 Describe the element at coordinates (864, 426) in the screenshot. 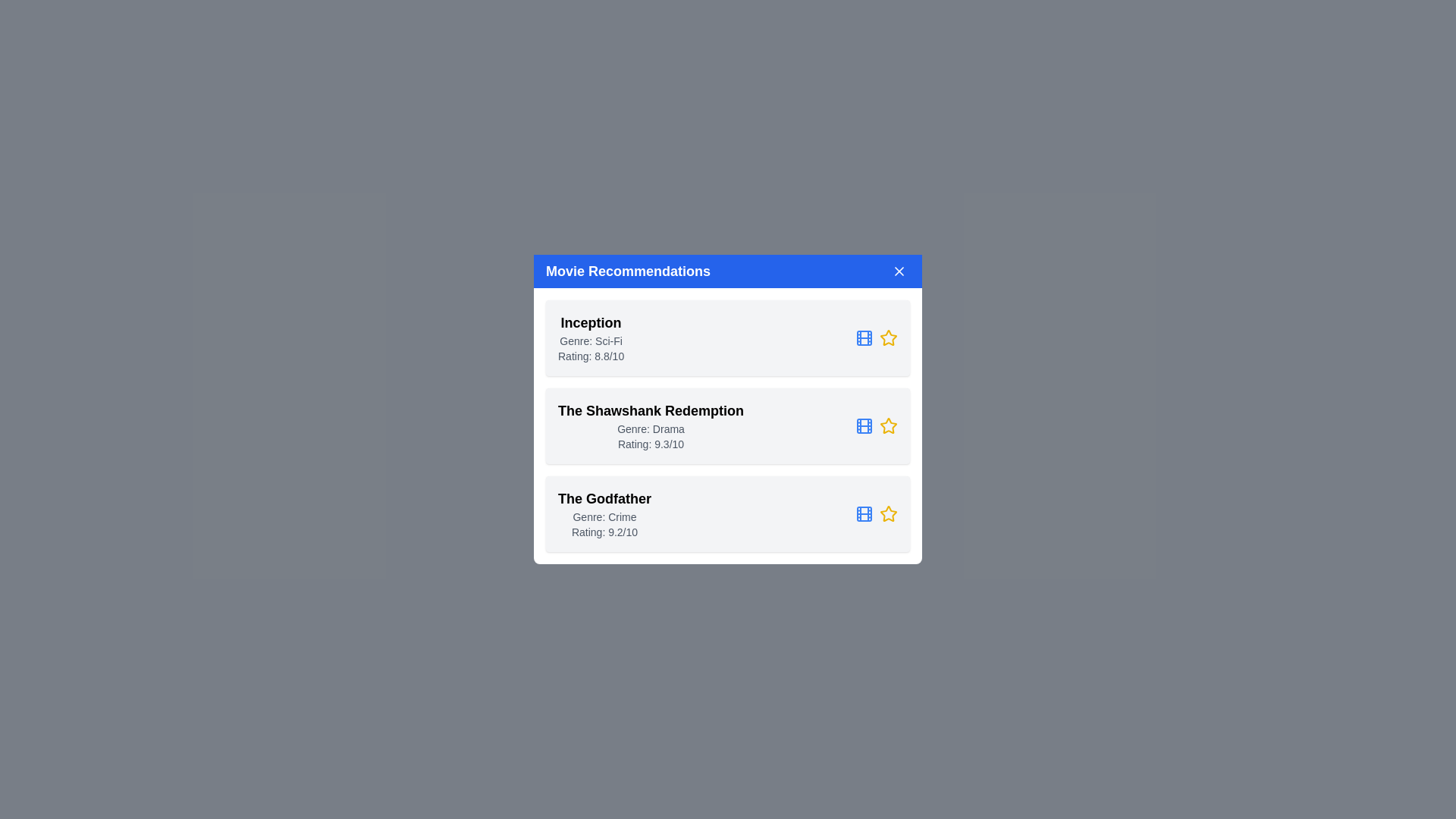

I see `the Film icon for the movie The Shawshank Redemption` at that location.